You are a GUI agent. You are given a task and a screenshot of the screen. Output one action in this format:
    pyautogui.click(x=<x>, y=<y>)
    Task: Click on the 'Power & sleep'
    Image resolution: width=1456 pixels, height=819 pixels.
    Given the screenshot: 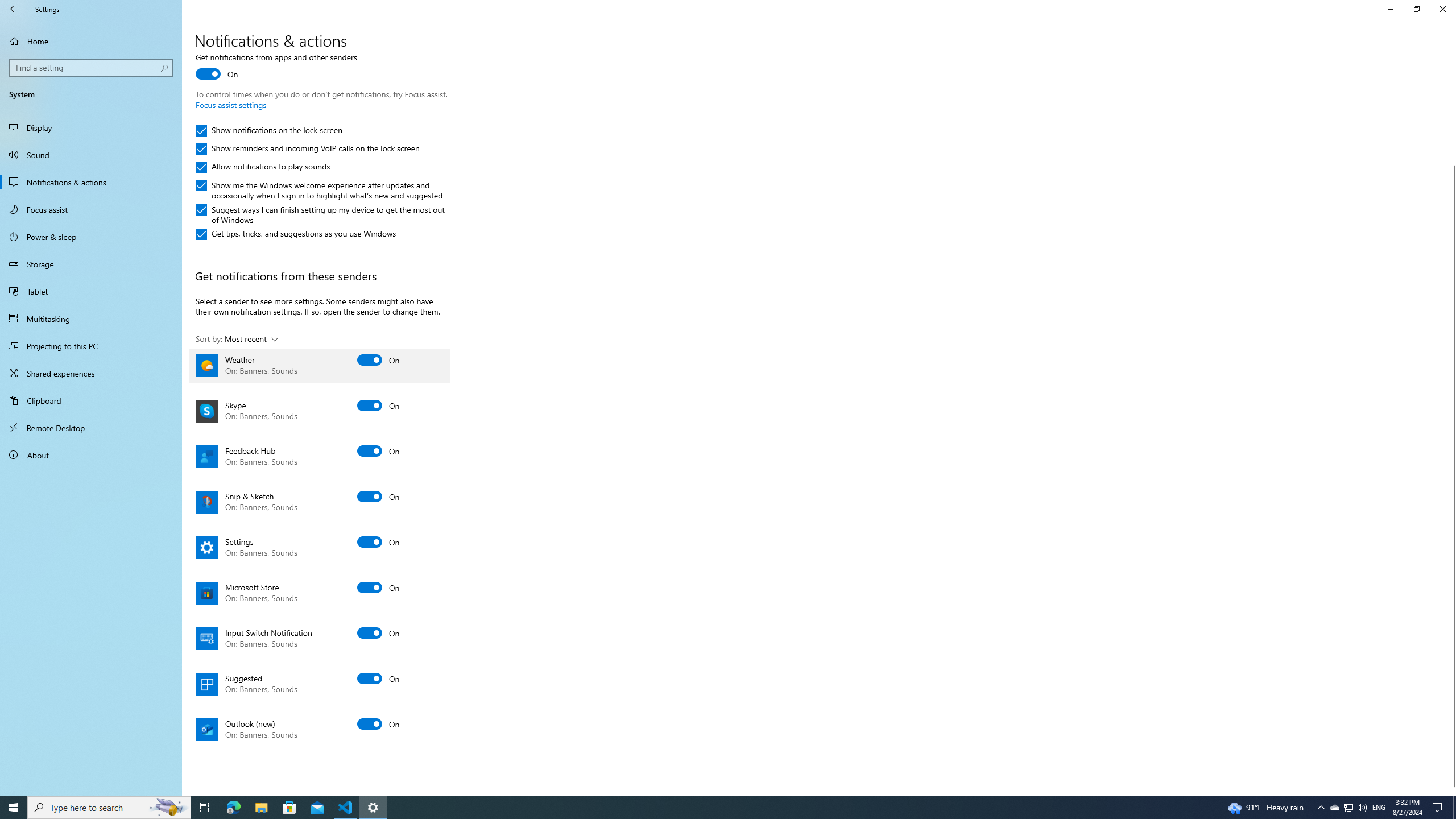 What is the action you would take?
    pyautogui.click(x=90, y=236)
    